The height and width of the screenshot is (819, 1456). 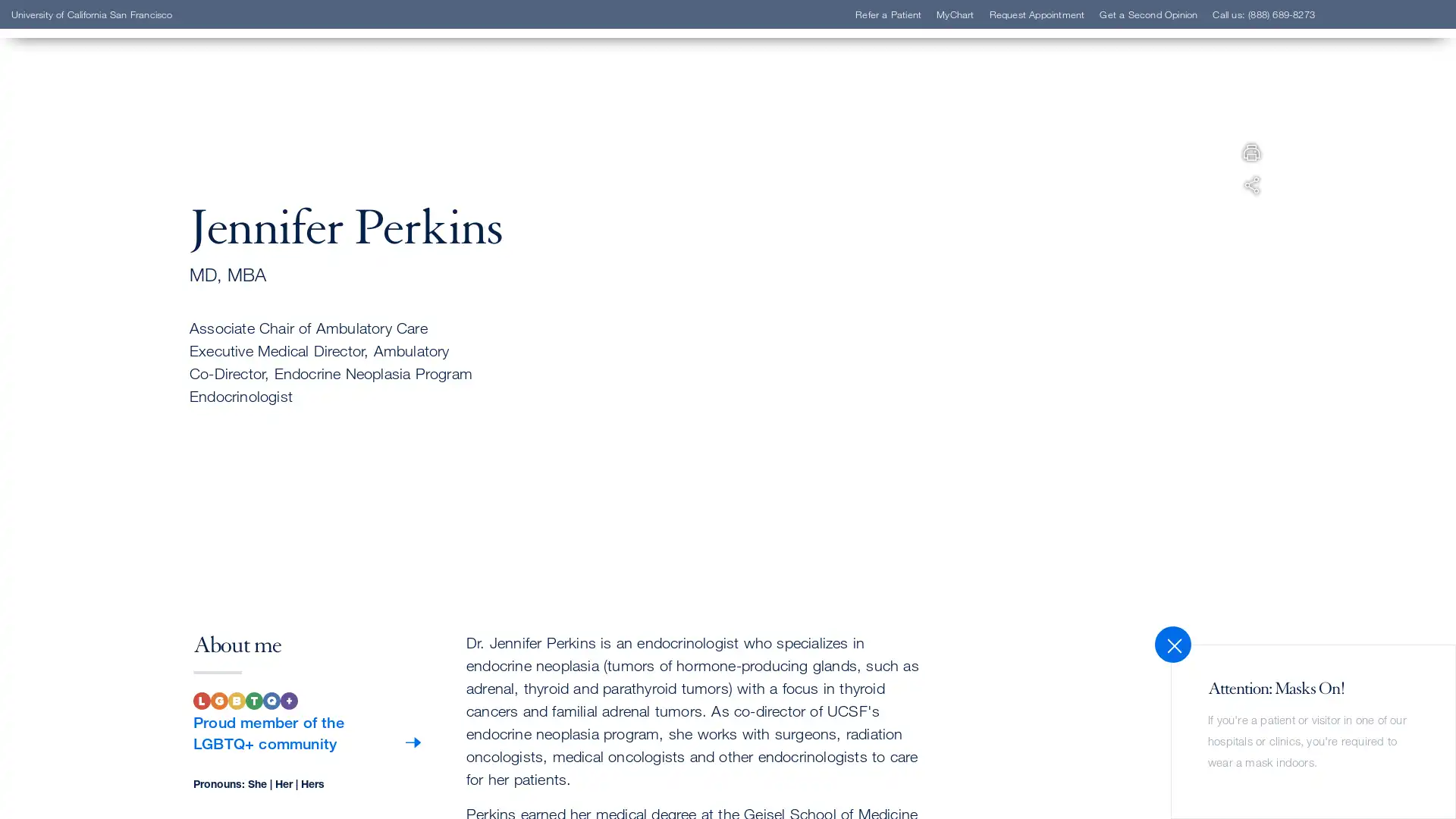 I want to click on Find a Doctor, so click(x=105, y=223).